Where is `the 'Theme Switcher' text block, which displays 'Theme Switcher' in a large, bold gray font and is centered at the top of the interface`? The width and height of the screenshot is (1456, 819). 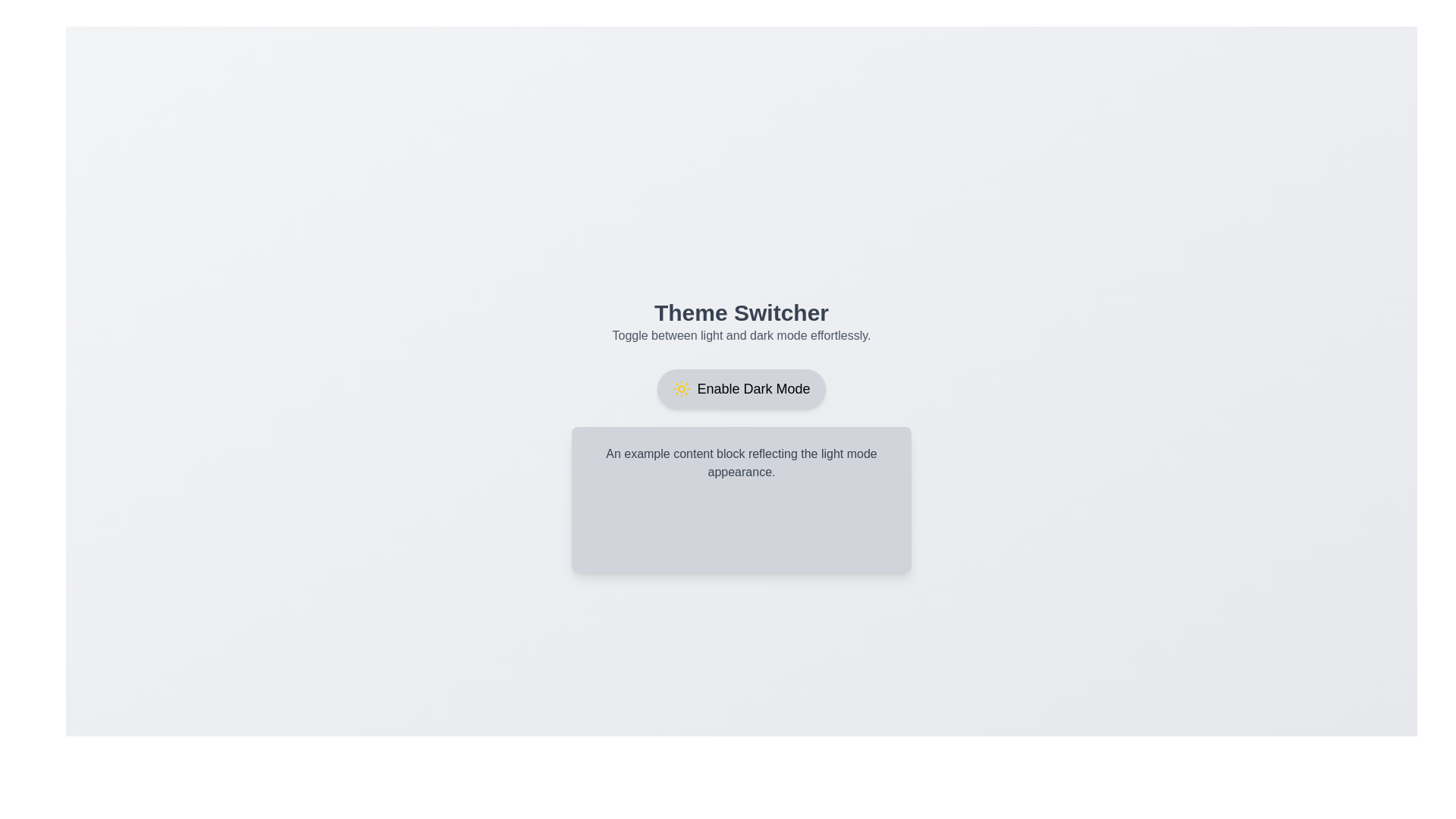 the 'Theme Switcher' text block, which displays 'Theme Switcher' in a large, bold gray font and is centered at the top of the interface is located at coordinates (742, 321).